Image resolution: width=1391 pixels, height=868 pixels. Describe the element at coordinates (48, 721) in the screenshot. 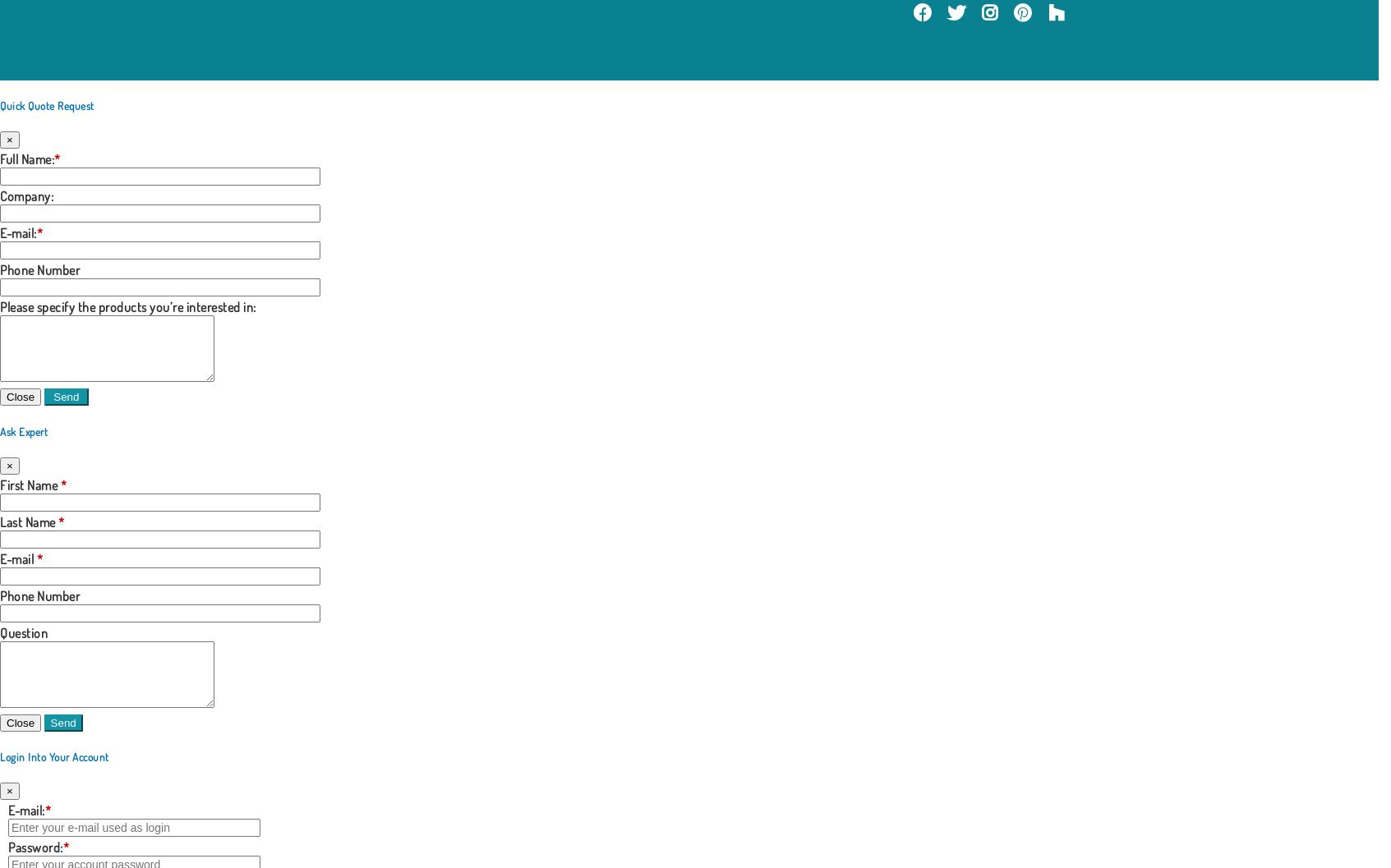

I see `'Send'` at that location.